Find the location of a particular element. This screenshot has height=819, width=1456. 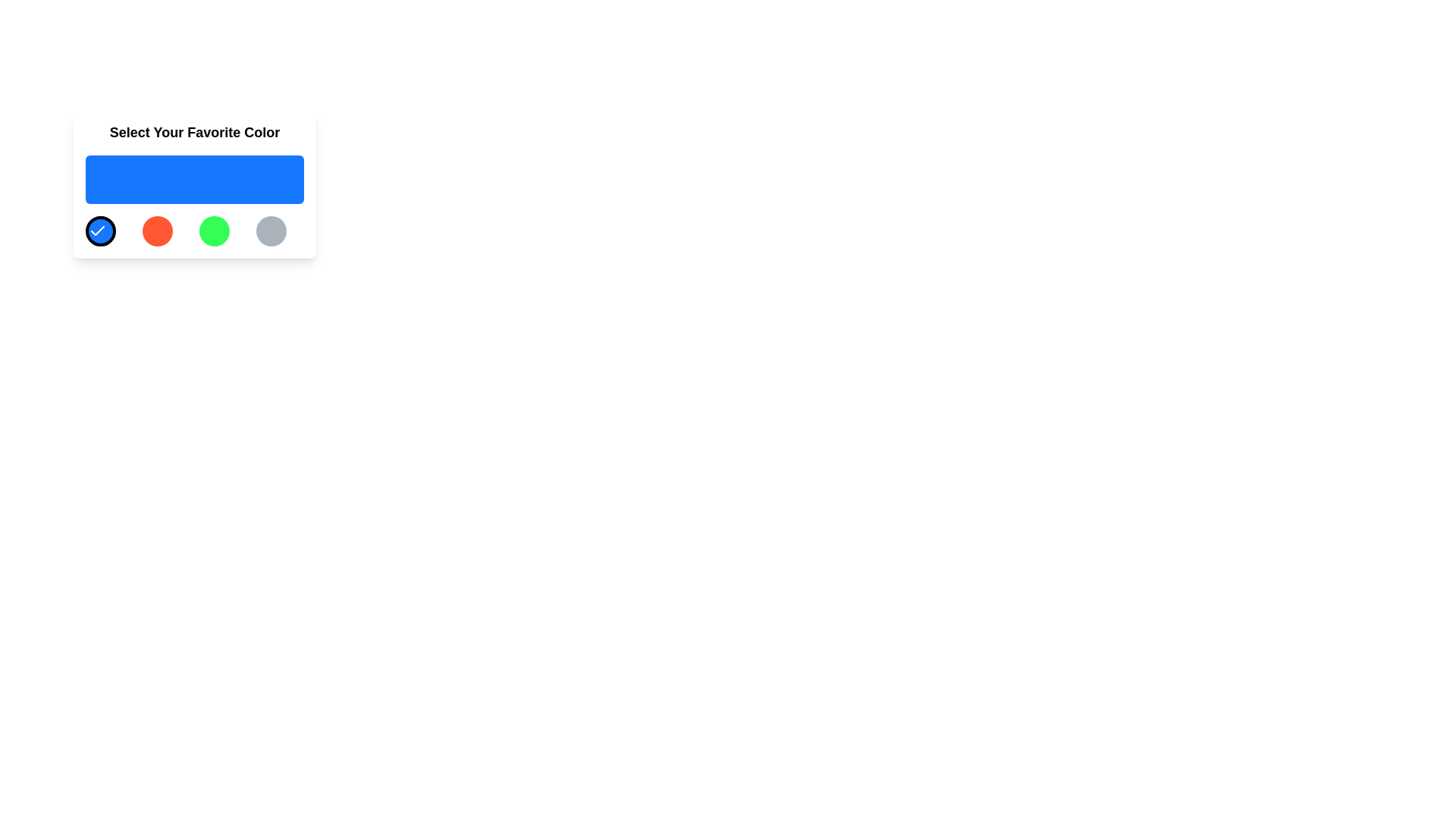

the green color selection button, which is the third button in a horizontal grid layout between the red button and the gray button is located at coordinates (214, 231).